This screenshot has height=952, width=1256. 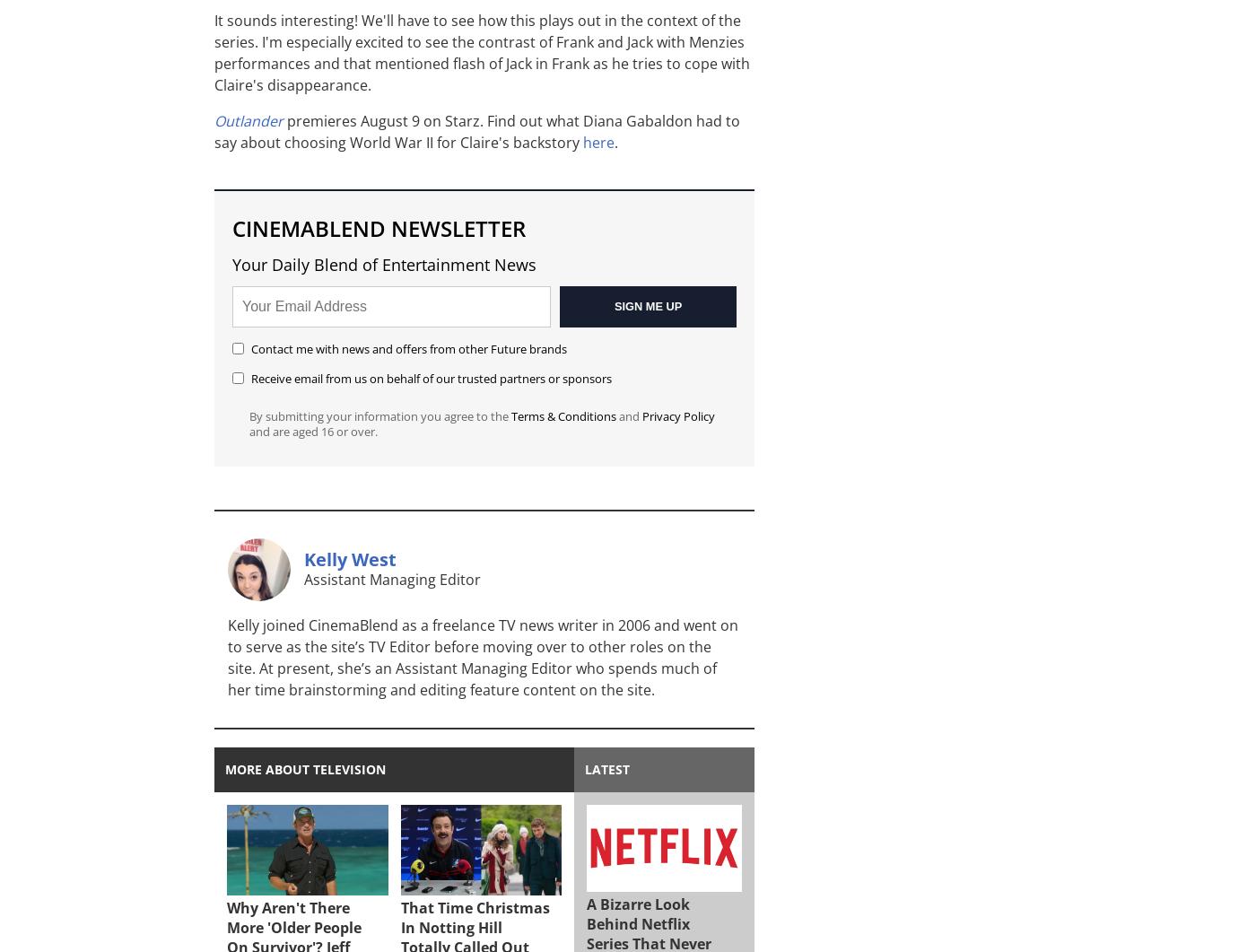 I want to click on 'It sounds interesting! We'll have to see how this plays out in the context of the series. I'm especially excited to see the contrast of Frank and Jack with Menzies performances and that mentioned flash of Jack in Frank as he tries to cope with Claire's disappearance.', so click(x=482, y=52).